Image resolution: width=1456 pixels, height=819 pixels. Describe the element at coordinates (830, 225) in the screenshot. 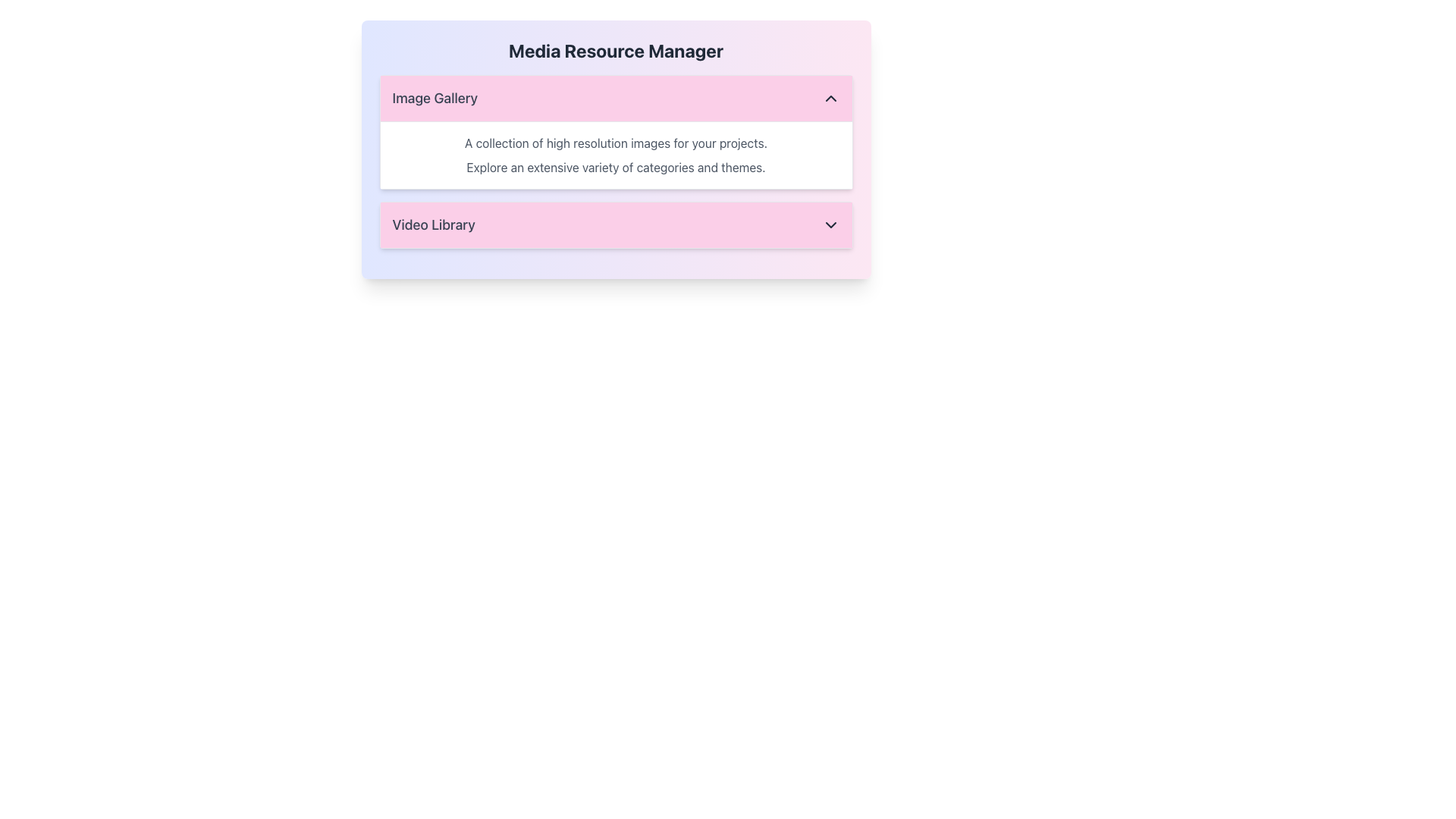

I see `the chevron icon located at the far right of the 'Video Library' section` at that location.